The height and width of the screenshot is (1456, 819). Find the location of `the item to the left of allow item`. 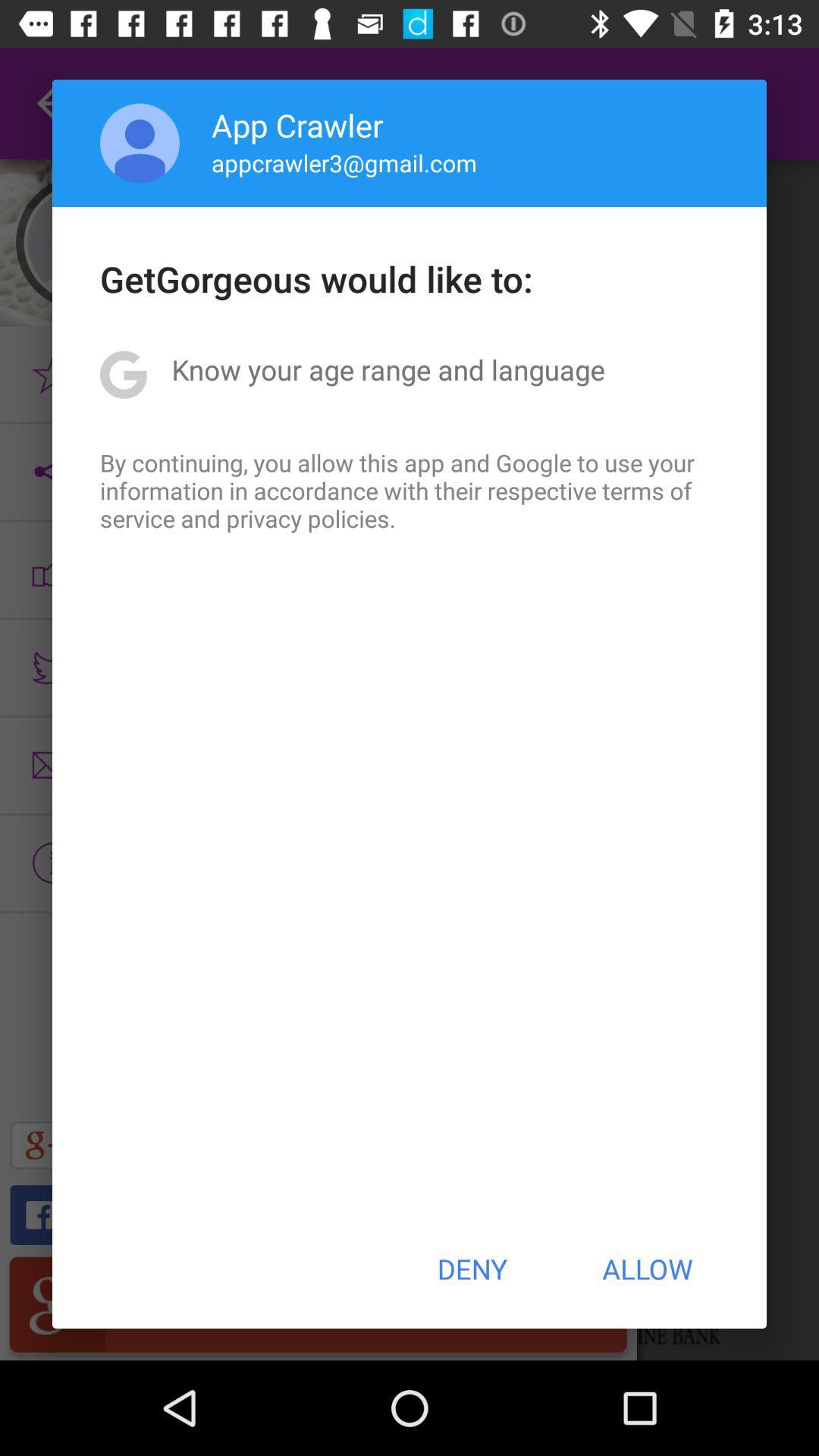

the item to the left of allow item is located at coordinates (471, 1269).